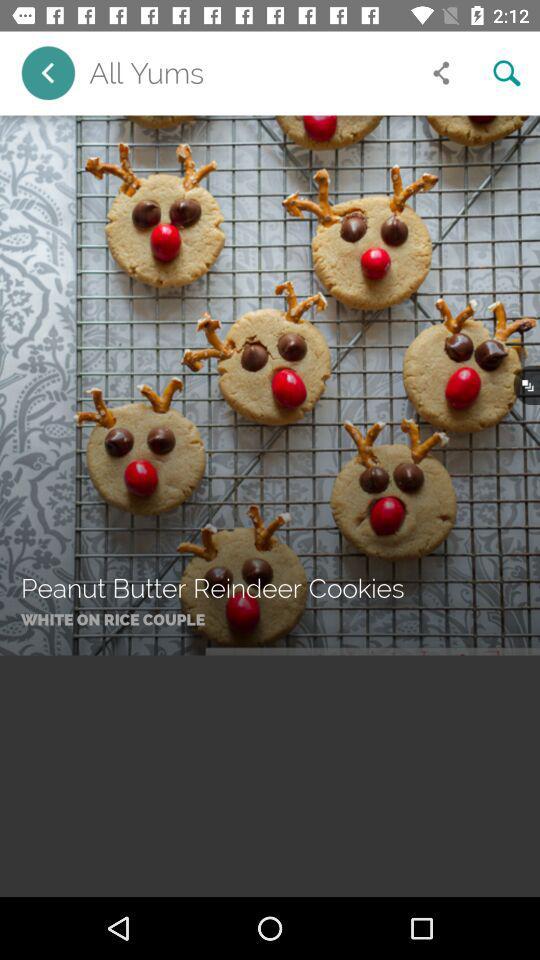  Describe the element at coordinates (48, 73) in the screenshot. I see `the item next to all yums item` at that location.